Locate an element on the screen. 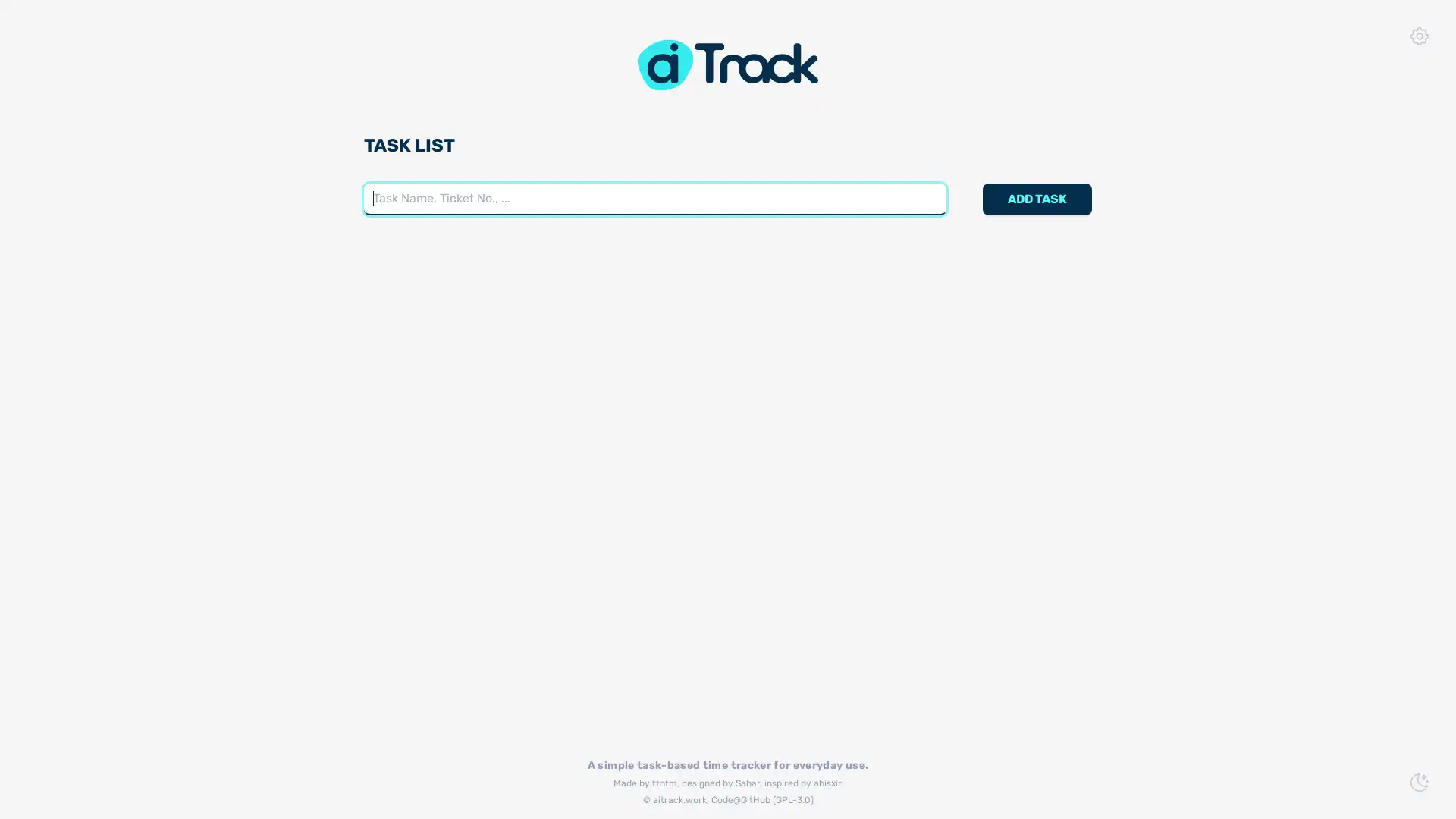  Switch to Dark Mode is located at coordinates (1419, 783).